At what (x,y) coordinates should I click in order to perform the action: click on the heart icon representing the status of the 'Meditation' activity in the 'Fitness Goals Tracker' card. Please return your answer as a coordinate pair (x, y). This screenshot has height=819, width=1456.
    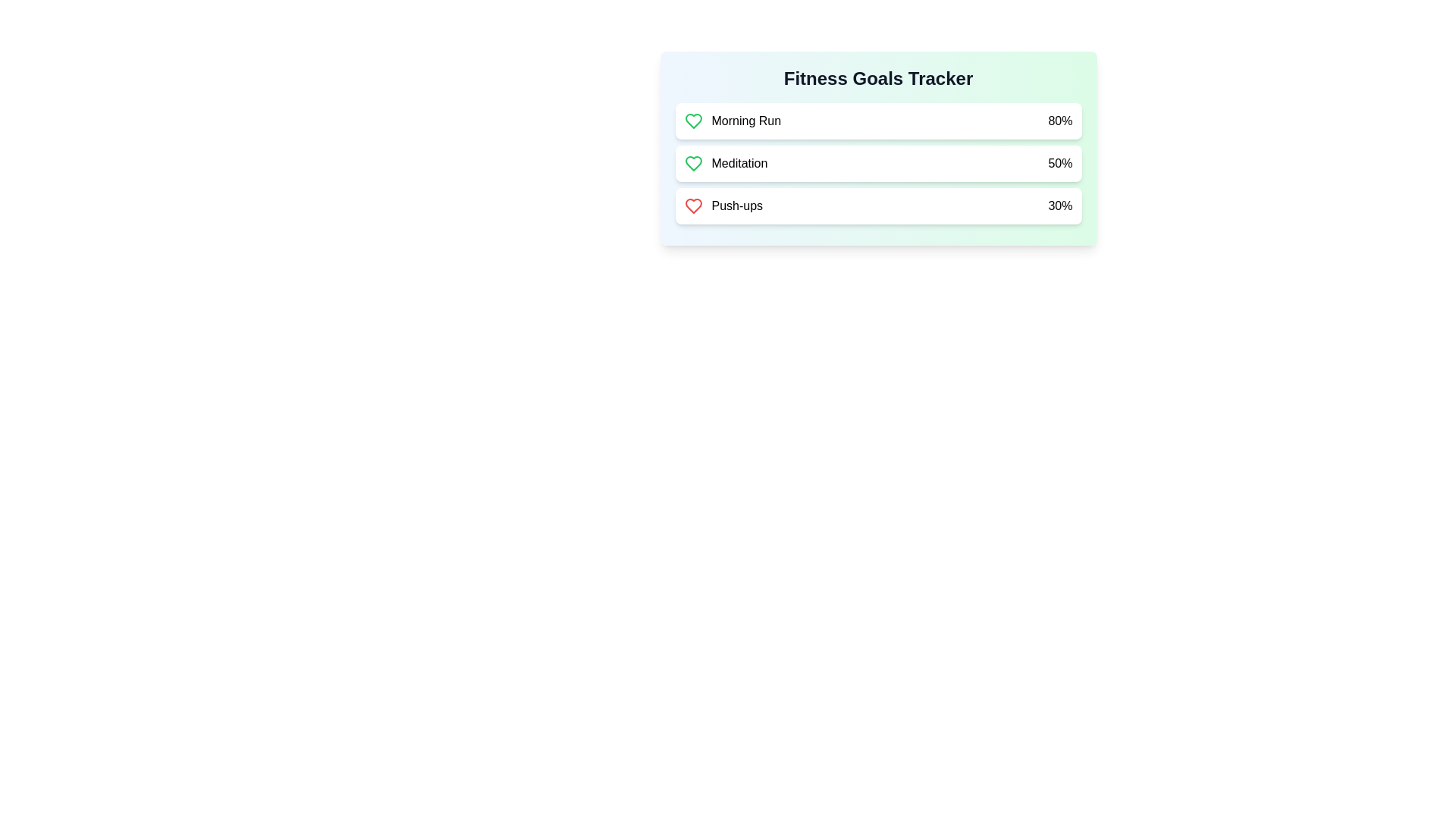
    Looking at the image, I should click on (692, 164).